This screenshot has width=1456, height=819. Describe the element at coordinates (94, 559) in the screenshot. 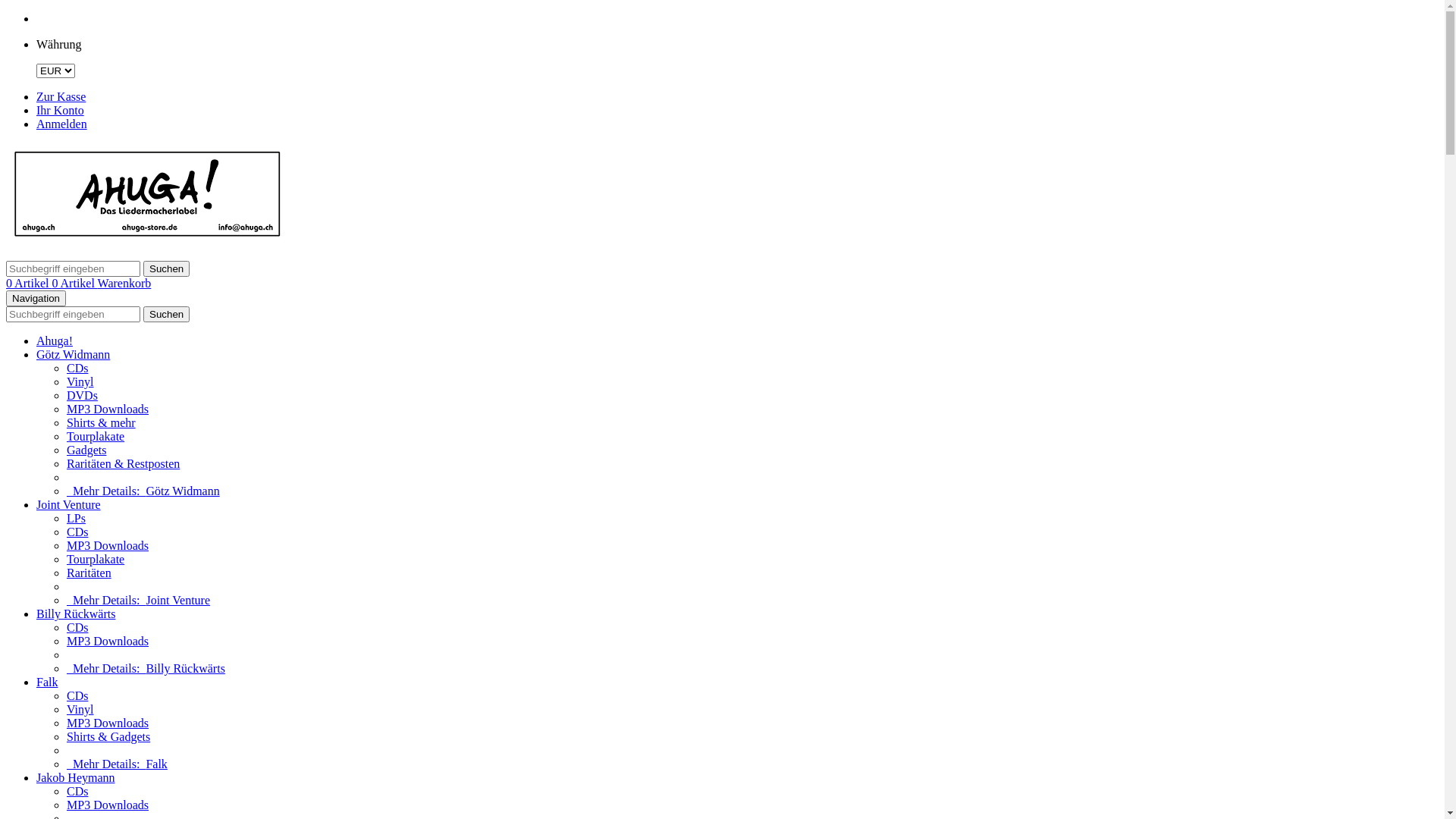

I see `'Tourplakate'` at that location.